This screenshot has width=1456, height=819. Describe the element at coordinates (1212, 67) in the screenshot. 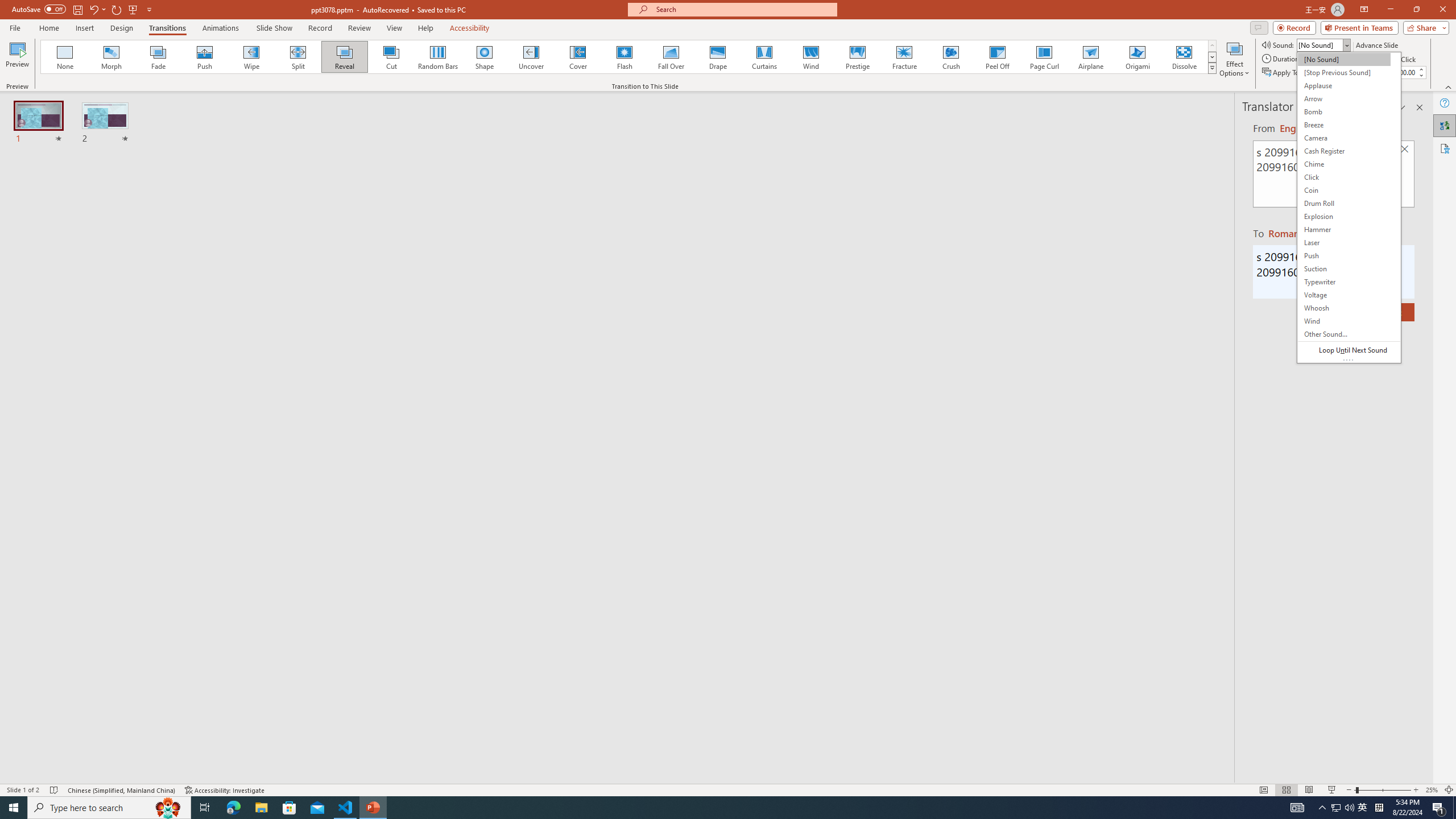

I see `'Transition Effects'` at that location.